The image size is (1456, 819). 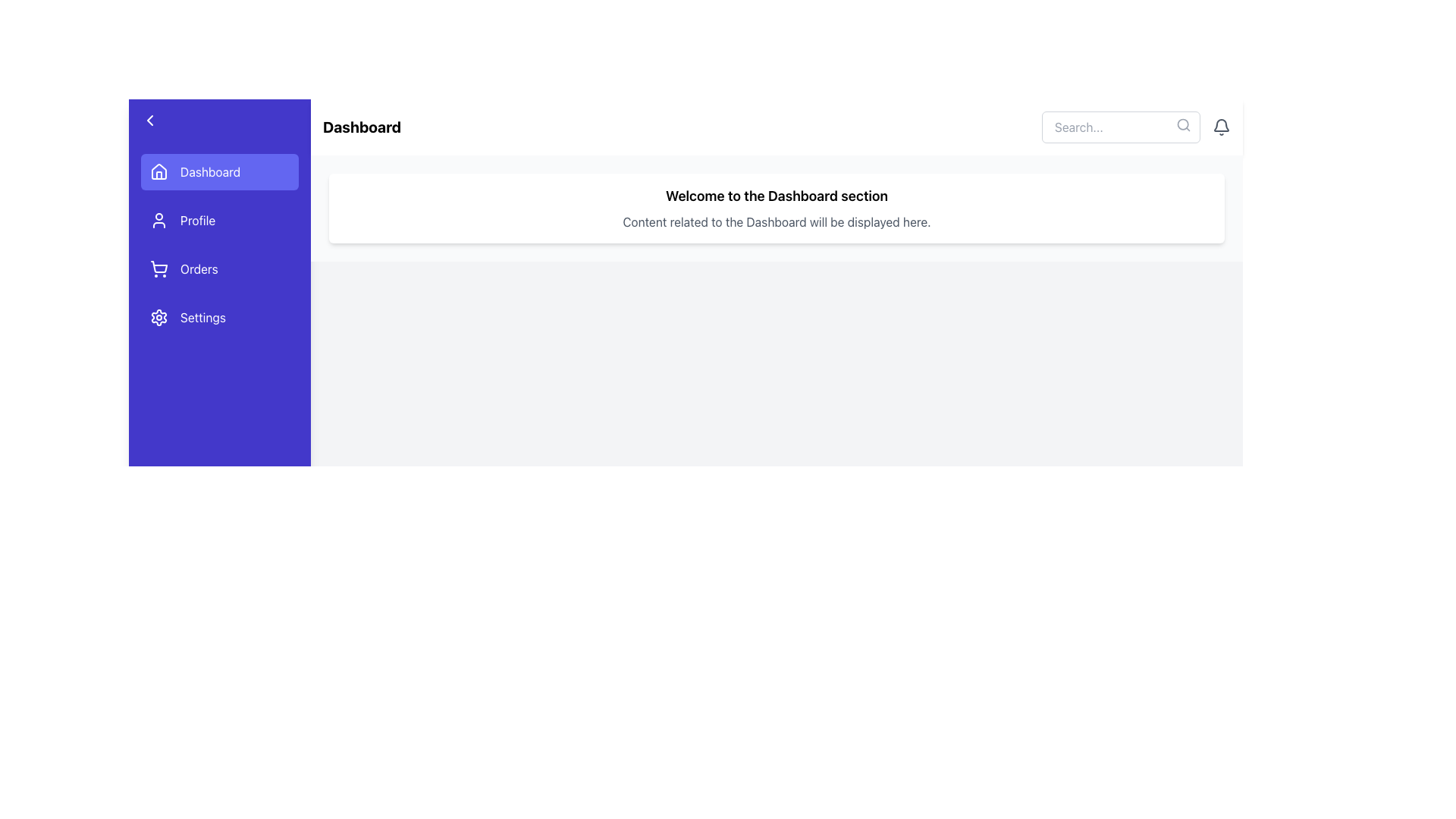 I want to click on the Static Text element that provides descriptive content about the Dashboard section, located below the heading 'Welcome to the Dashboard section', so click(x=777, y=222).